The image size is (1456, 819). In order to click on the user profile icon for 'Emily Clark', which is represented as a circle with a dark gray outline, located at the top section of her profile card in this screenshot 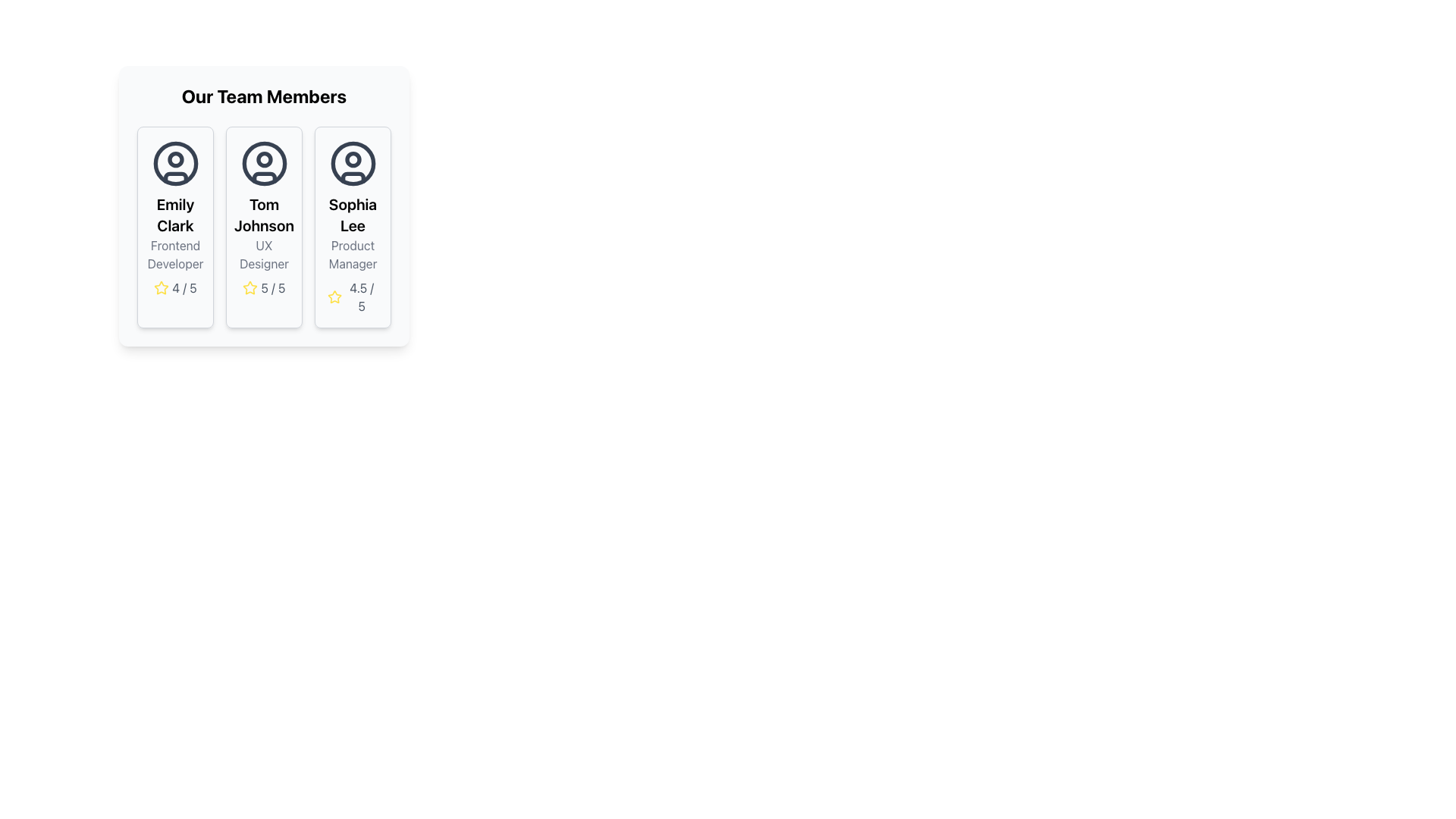, I will do `click(175, 164)`.